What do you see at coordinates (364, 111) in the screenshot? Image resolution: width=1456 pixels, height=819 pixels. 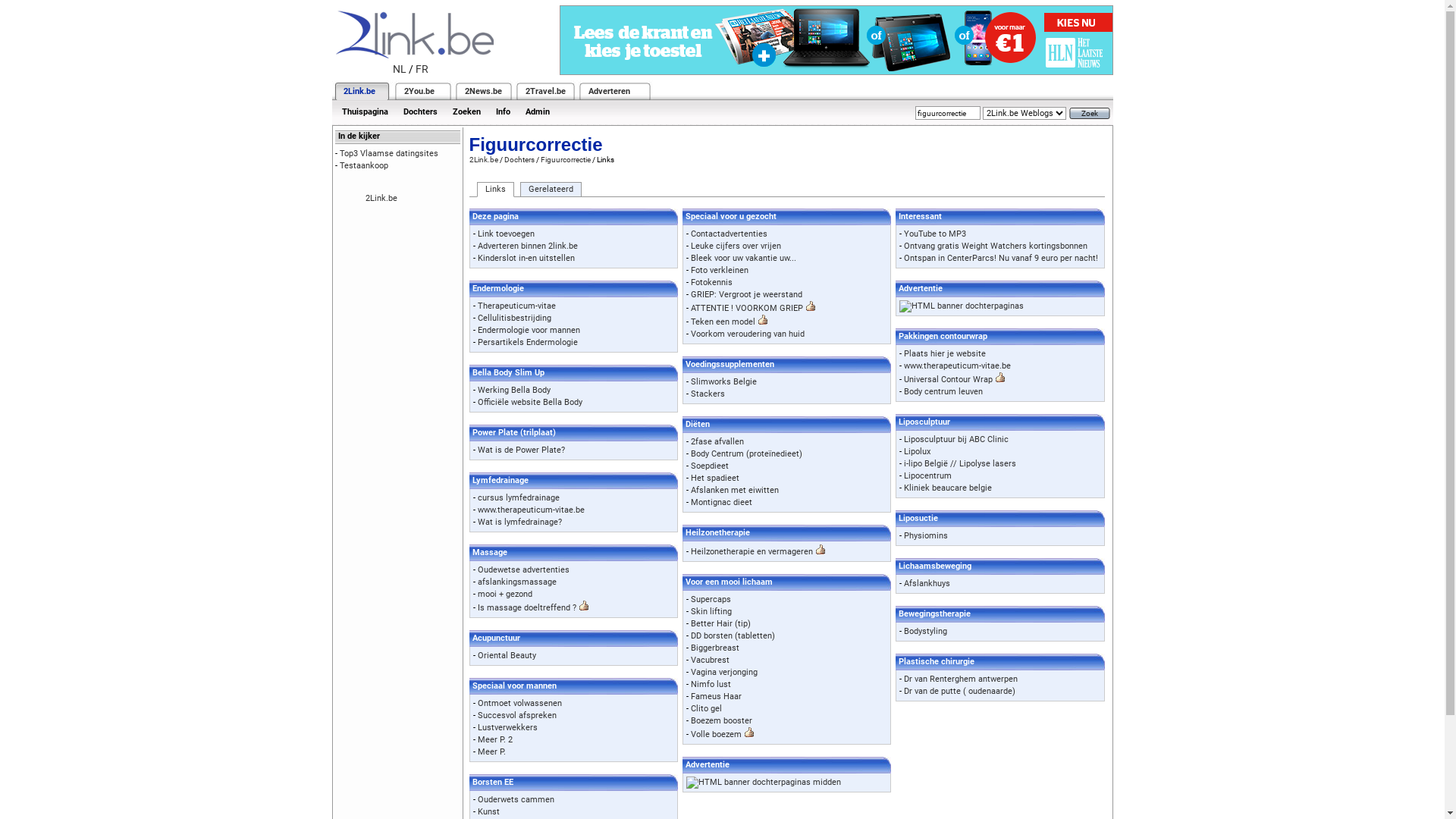 I see `'Thuispagina'` at bounding box center [364, 111].